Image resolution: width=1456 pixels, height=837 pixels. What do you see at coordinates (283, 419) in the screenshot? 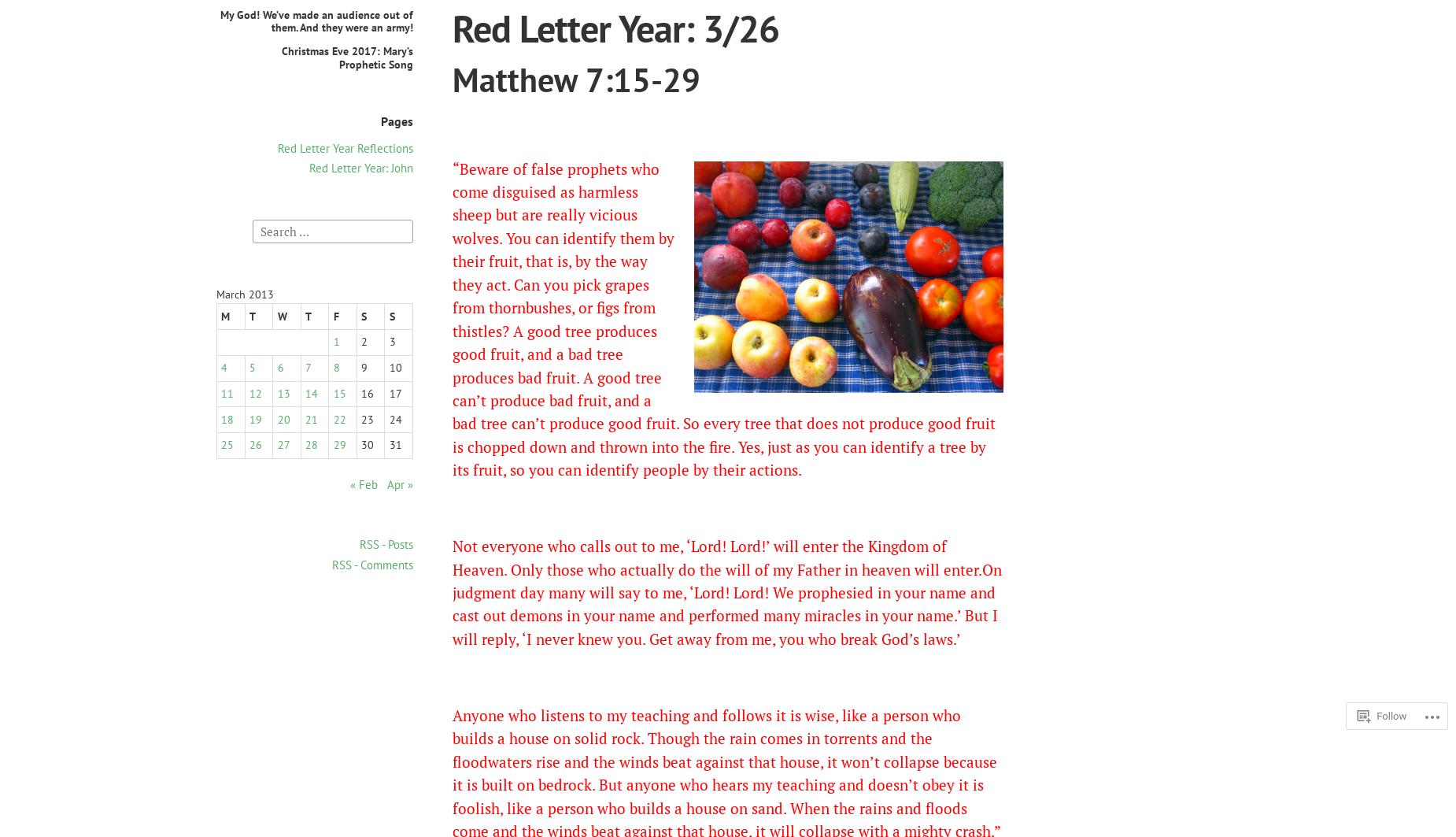
I see `'20'` at bounding box center [283, 419].